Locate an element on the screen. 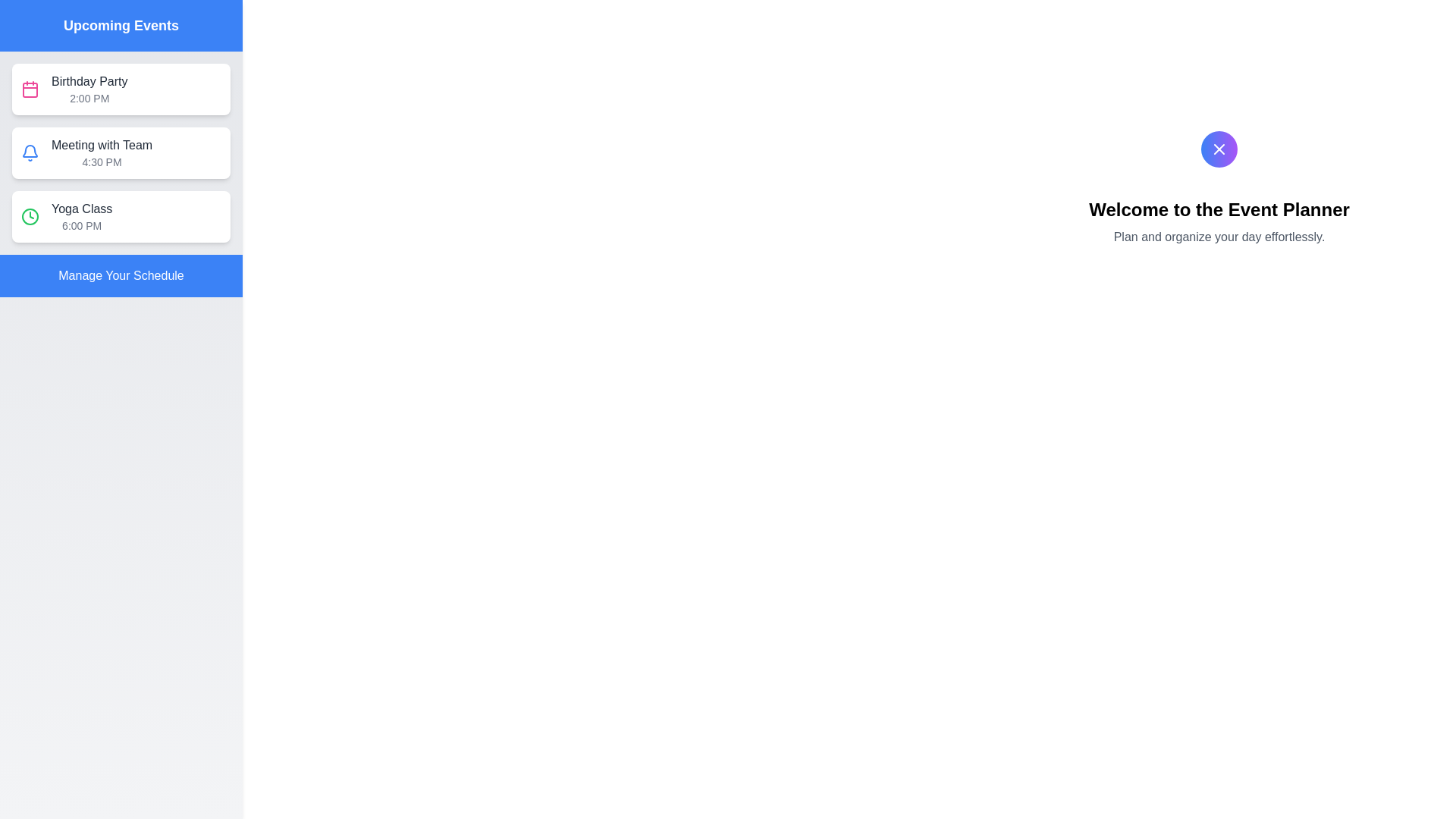 This screenshot has width=1456, height=819. the 'Yoga Class' text label in the 'Upcoming Events' sidebar, which is styled with a medium-weight font and grayish-black color, positioned above '6:00 PM' and to the right of a green clock icon is located at coordinates (81, 209).